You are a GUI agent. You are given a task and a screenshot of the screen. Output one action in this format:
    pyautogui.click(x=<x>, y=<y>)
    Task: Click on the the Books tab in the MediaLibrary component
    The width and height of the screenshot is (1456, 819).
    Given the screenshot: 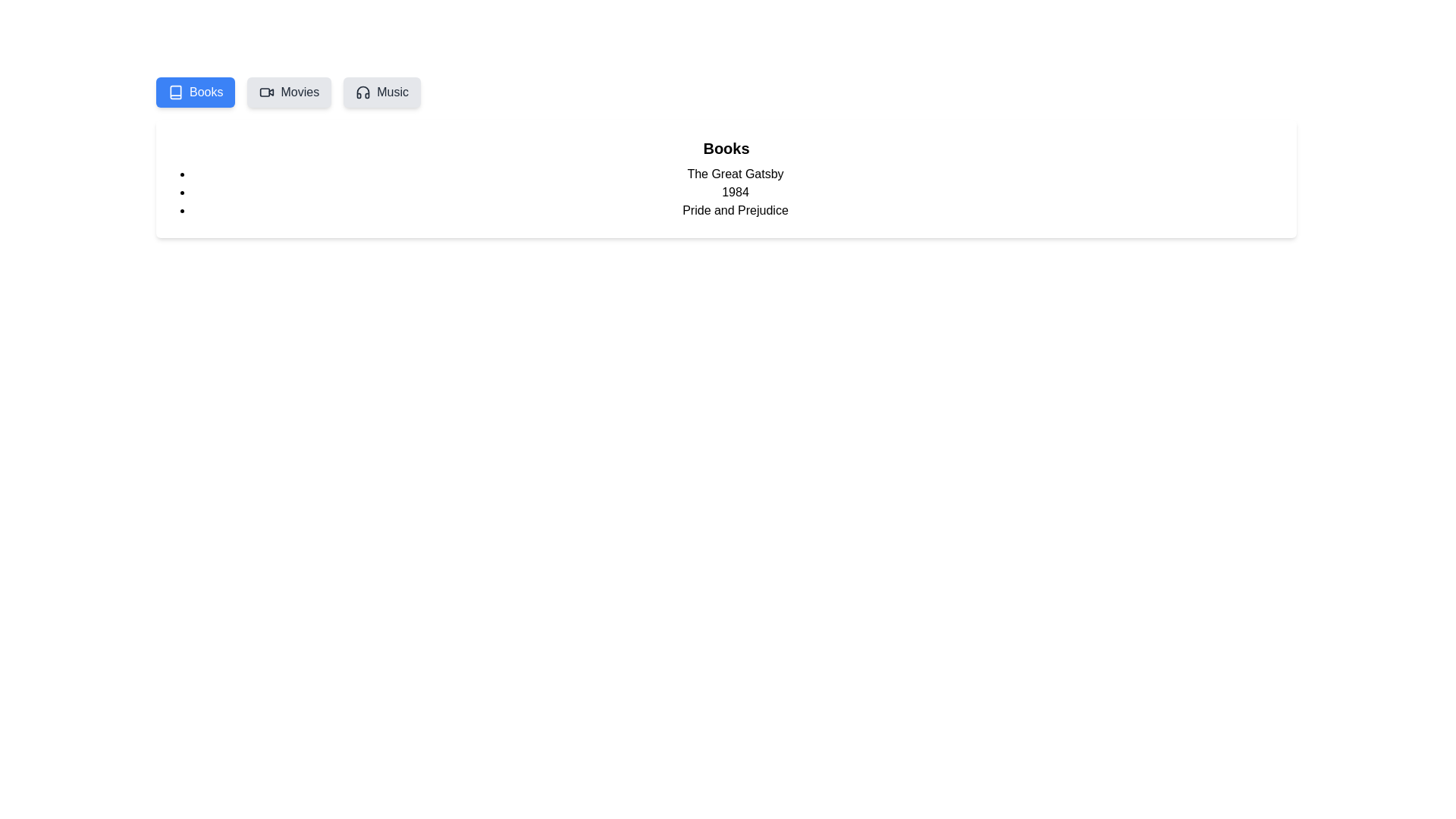 What is the action you would take?
    pyautogui.click(x=195, y=93)
    